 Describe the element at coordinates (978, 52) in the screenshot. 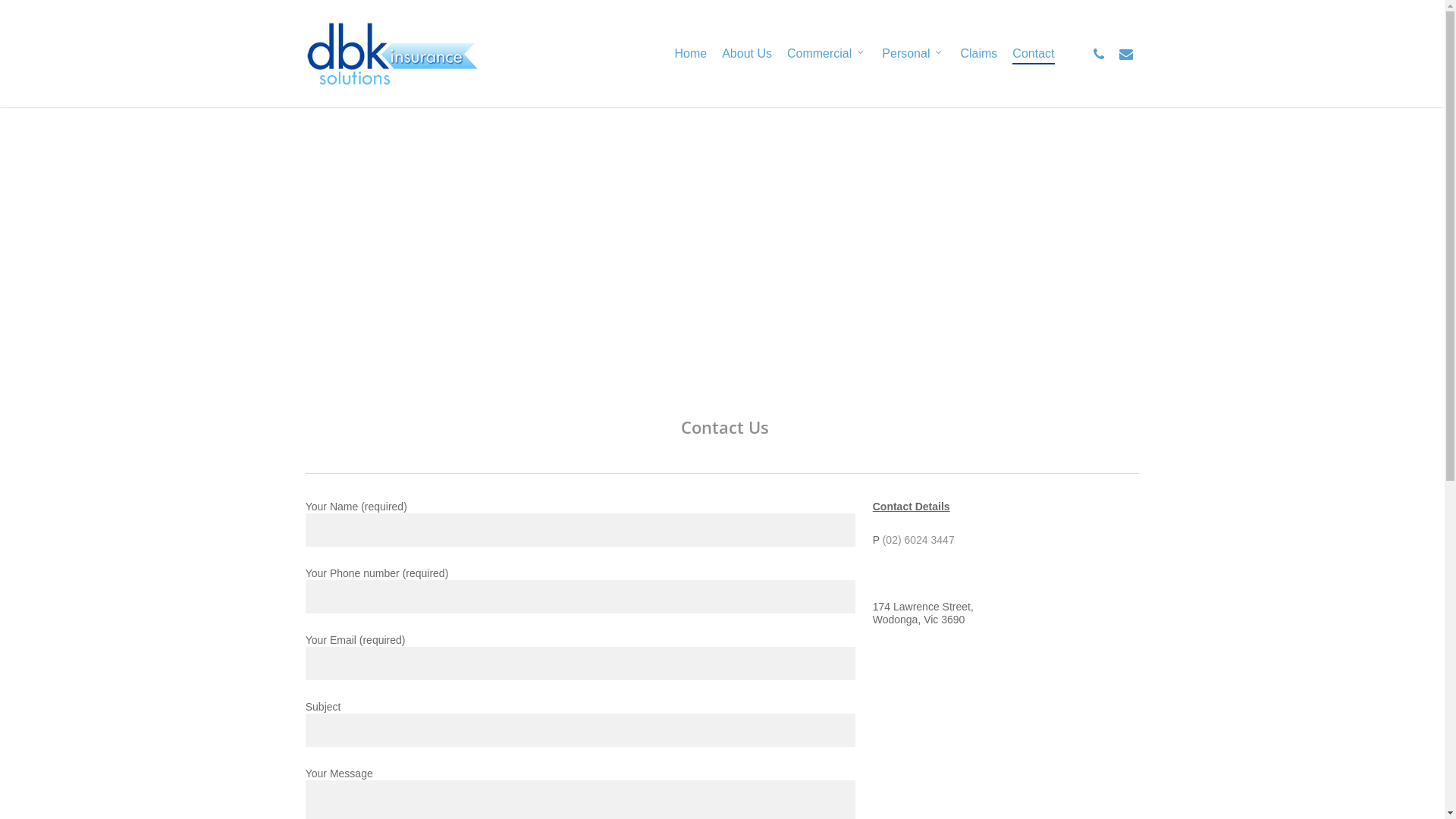

I see `'Claims'` at that location.